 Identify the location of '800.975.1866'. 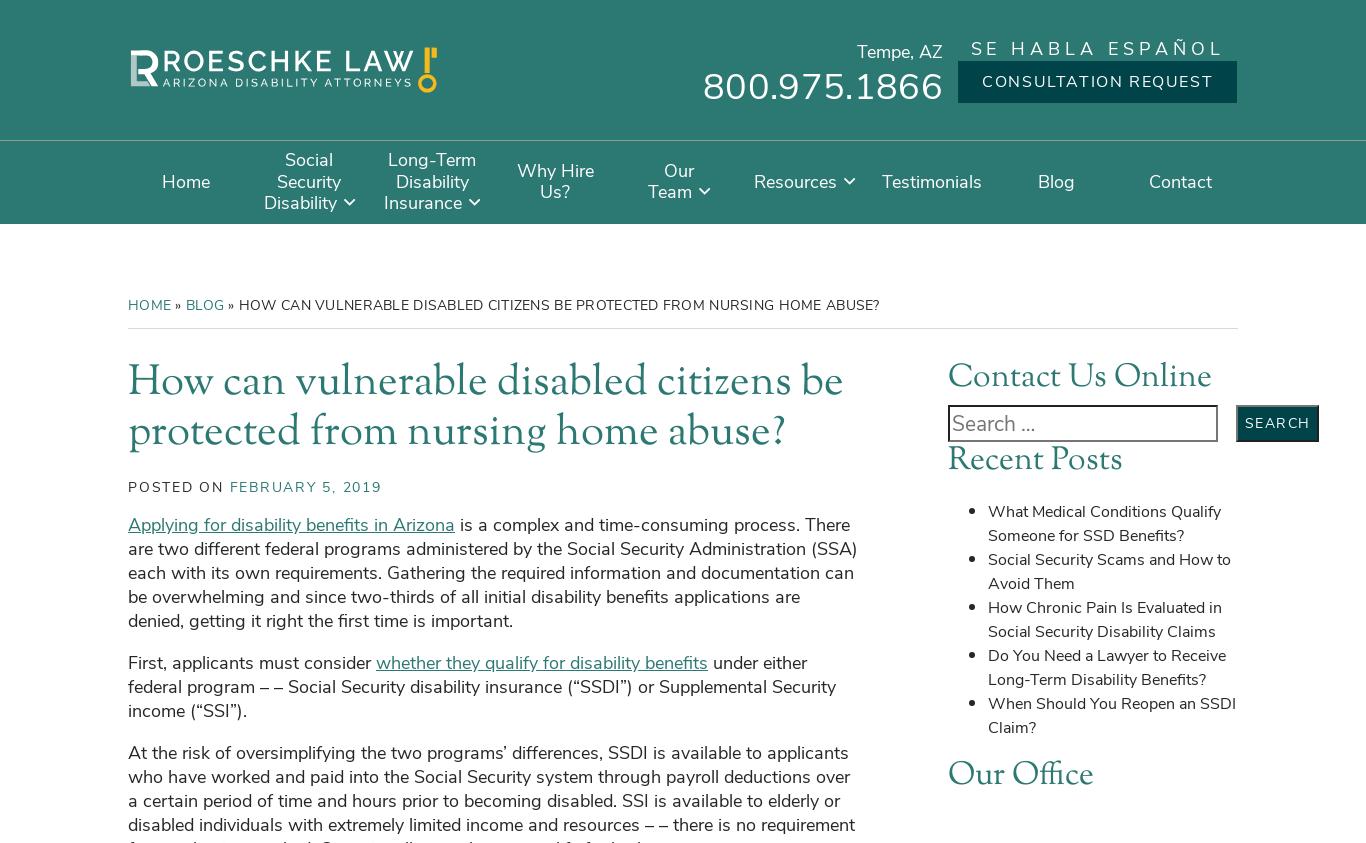
(821, 86).